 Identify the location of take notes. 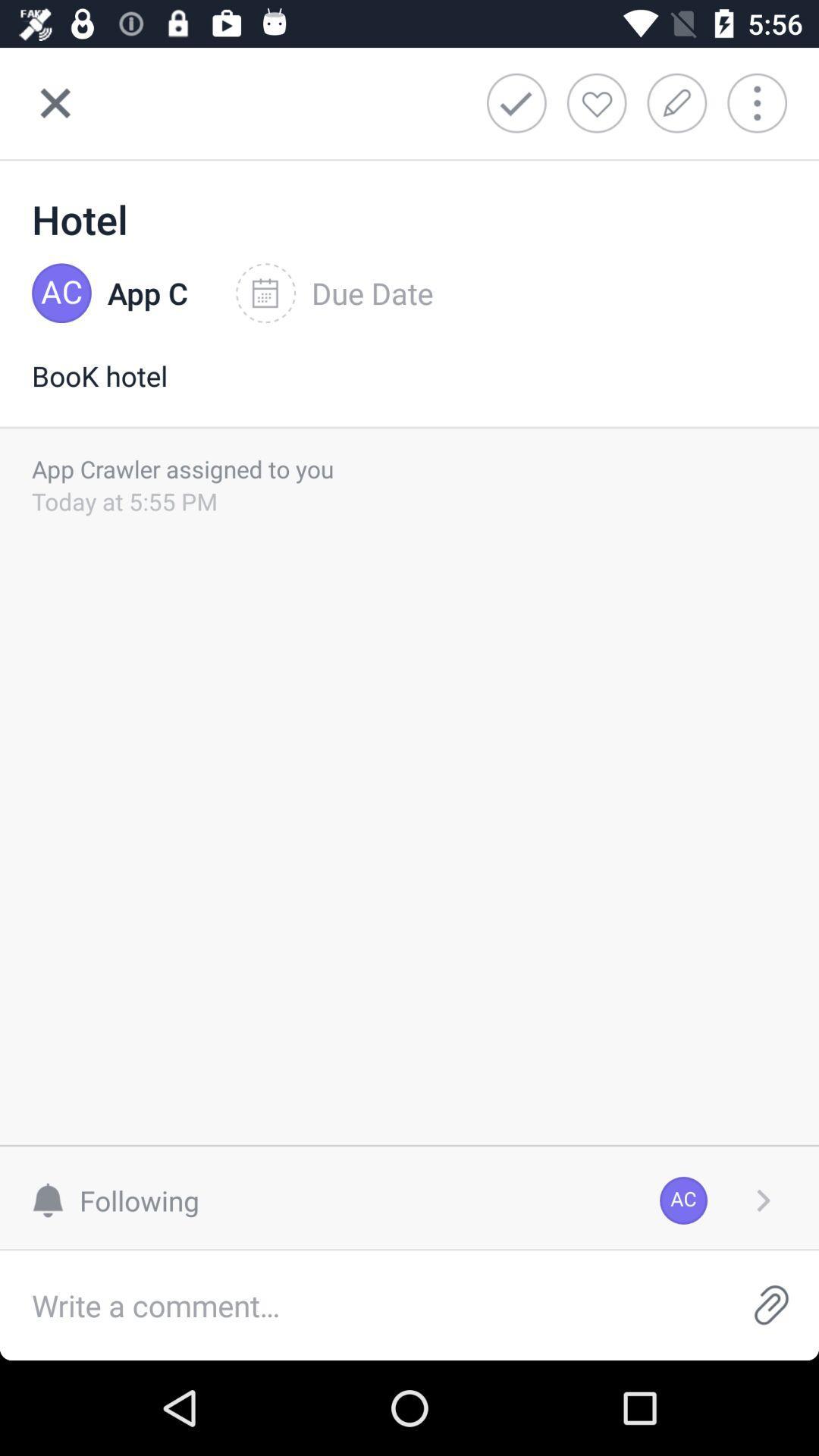
(681, 102).